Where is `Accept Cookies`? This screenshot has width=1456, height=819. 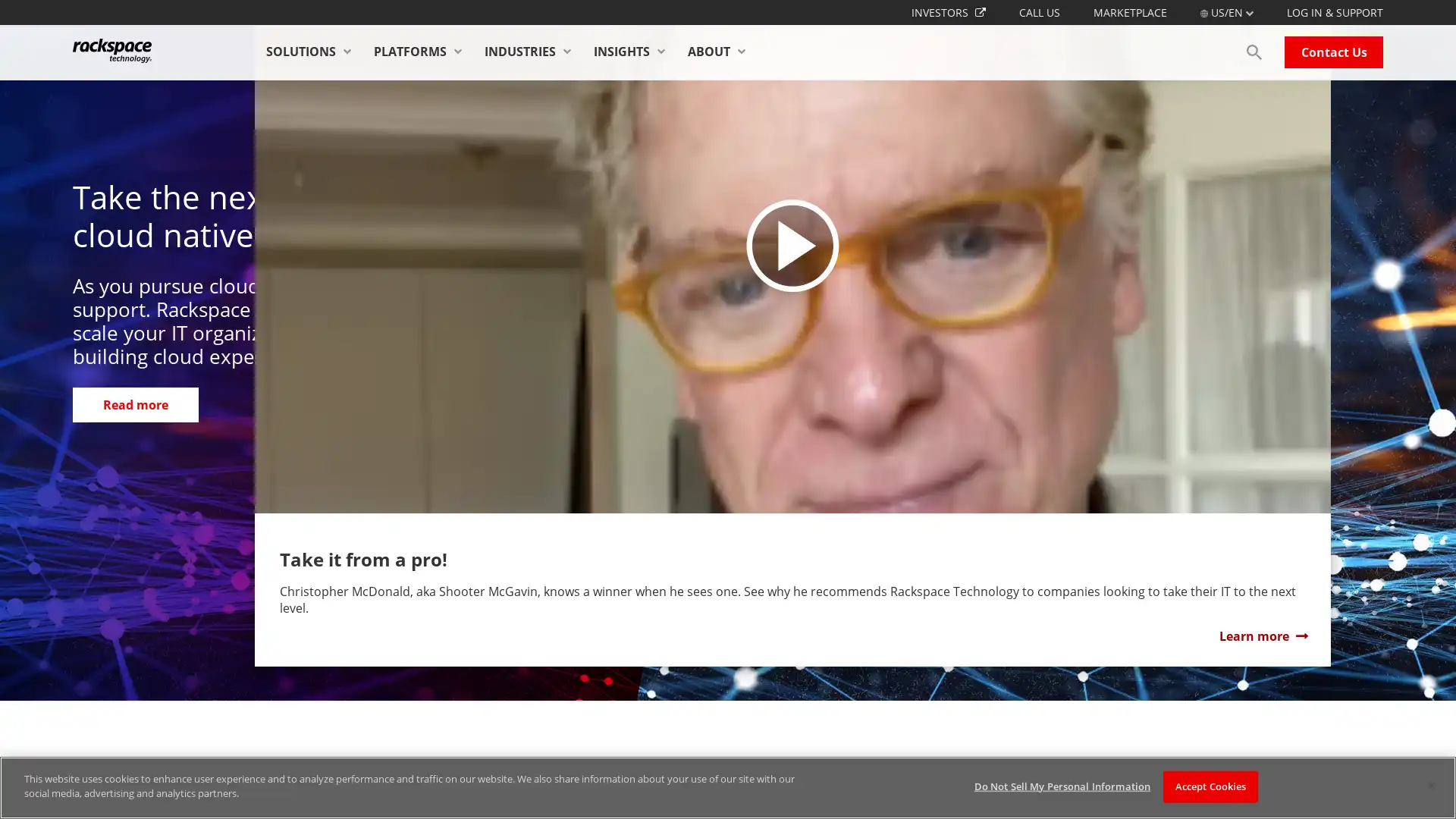
Accept Cookies is located at coordinates (1210, 786).